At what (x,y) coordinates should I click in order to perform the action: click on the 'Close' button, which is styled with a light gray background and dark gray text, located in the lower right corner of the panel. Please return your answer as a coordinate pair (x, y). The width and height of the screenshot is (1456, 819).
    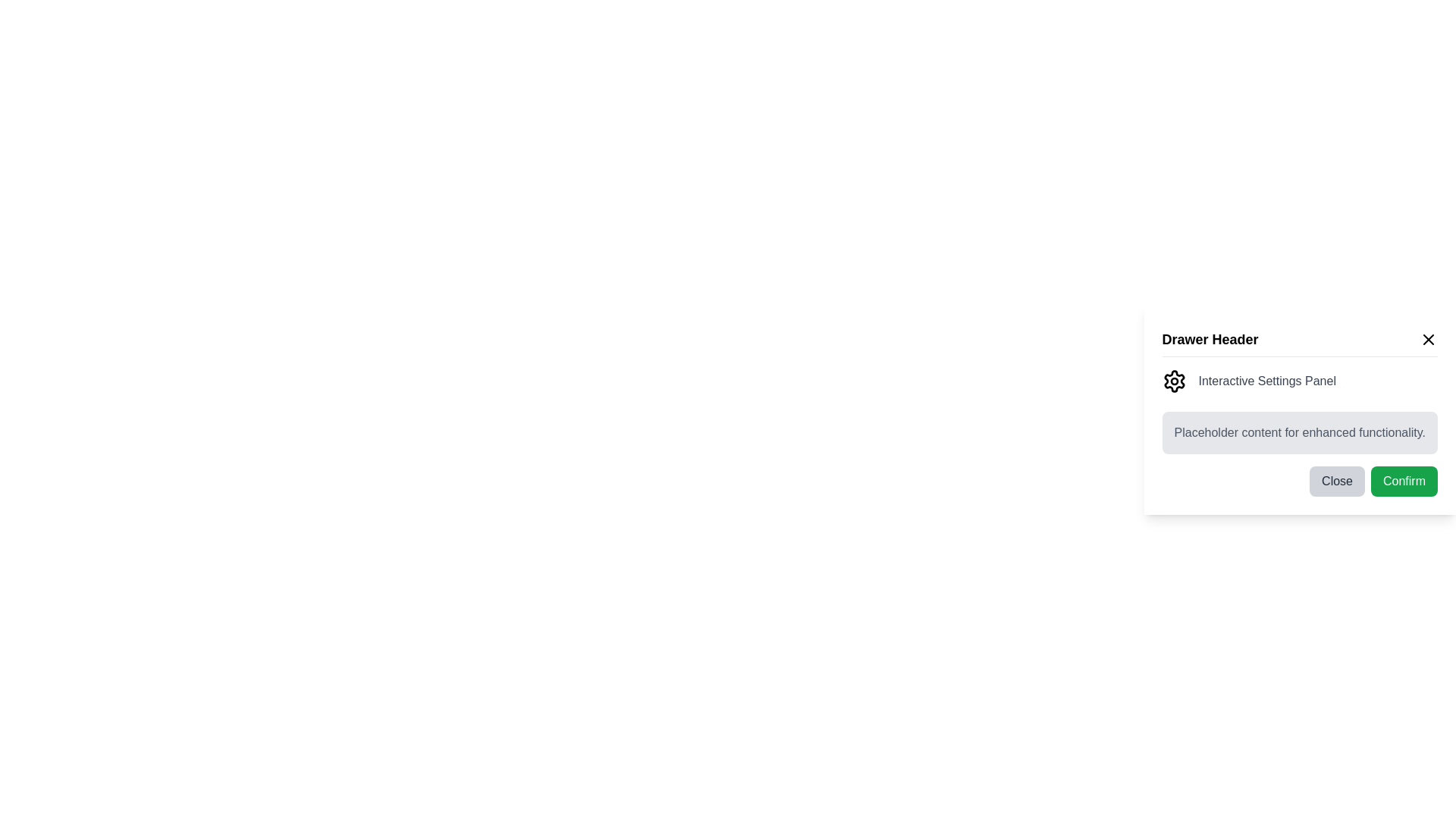
    Looking at the image, I should click on (1337, 481).